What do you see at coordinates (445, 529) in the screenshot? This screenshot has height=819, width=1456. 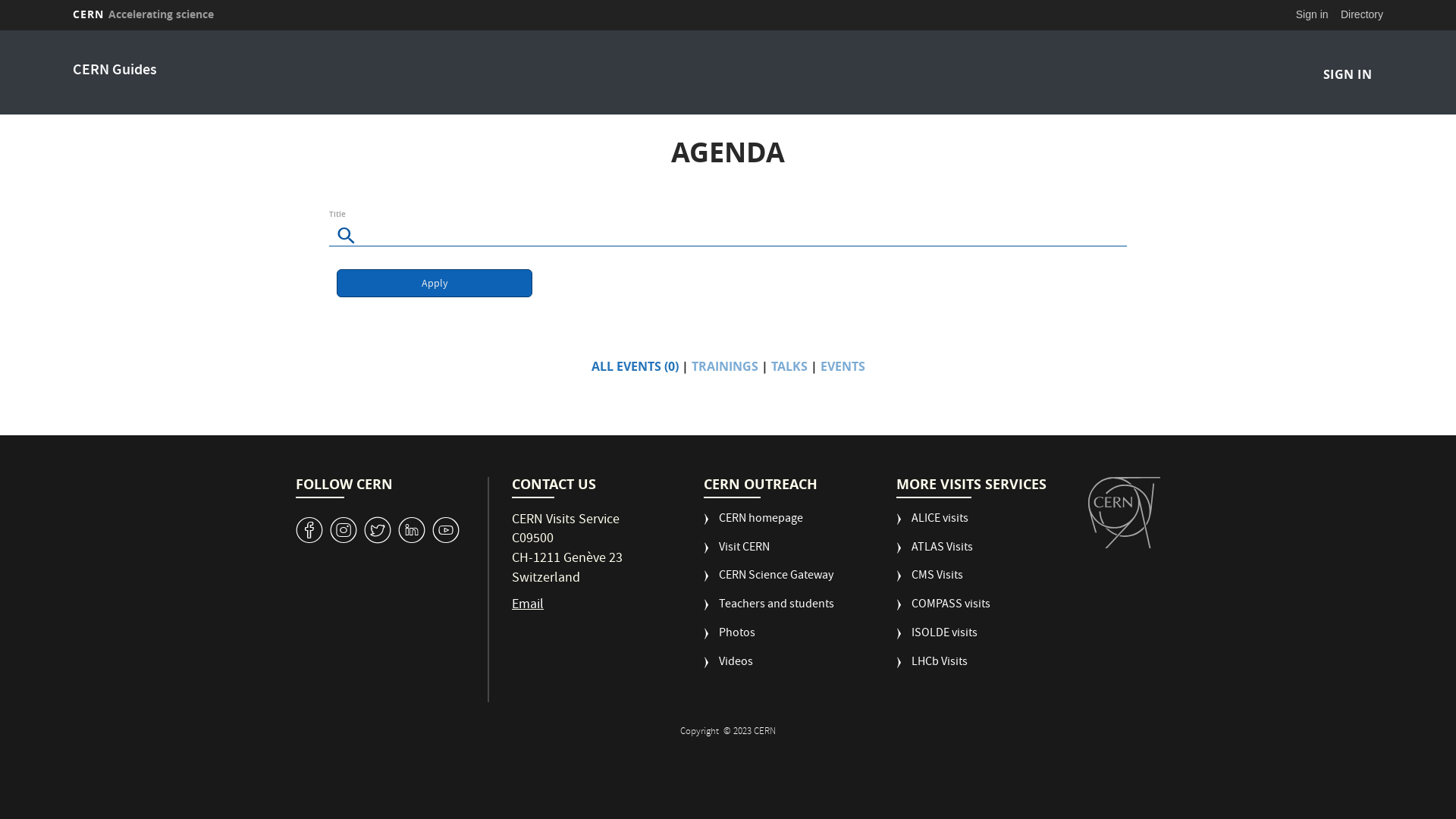 I see `'1'` at bounding box center [445, 529].